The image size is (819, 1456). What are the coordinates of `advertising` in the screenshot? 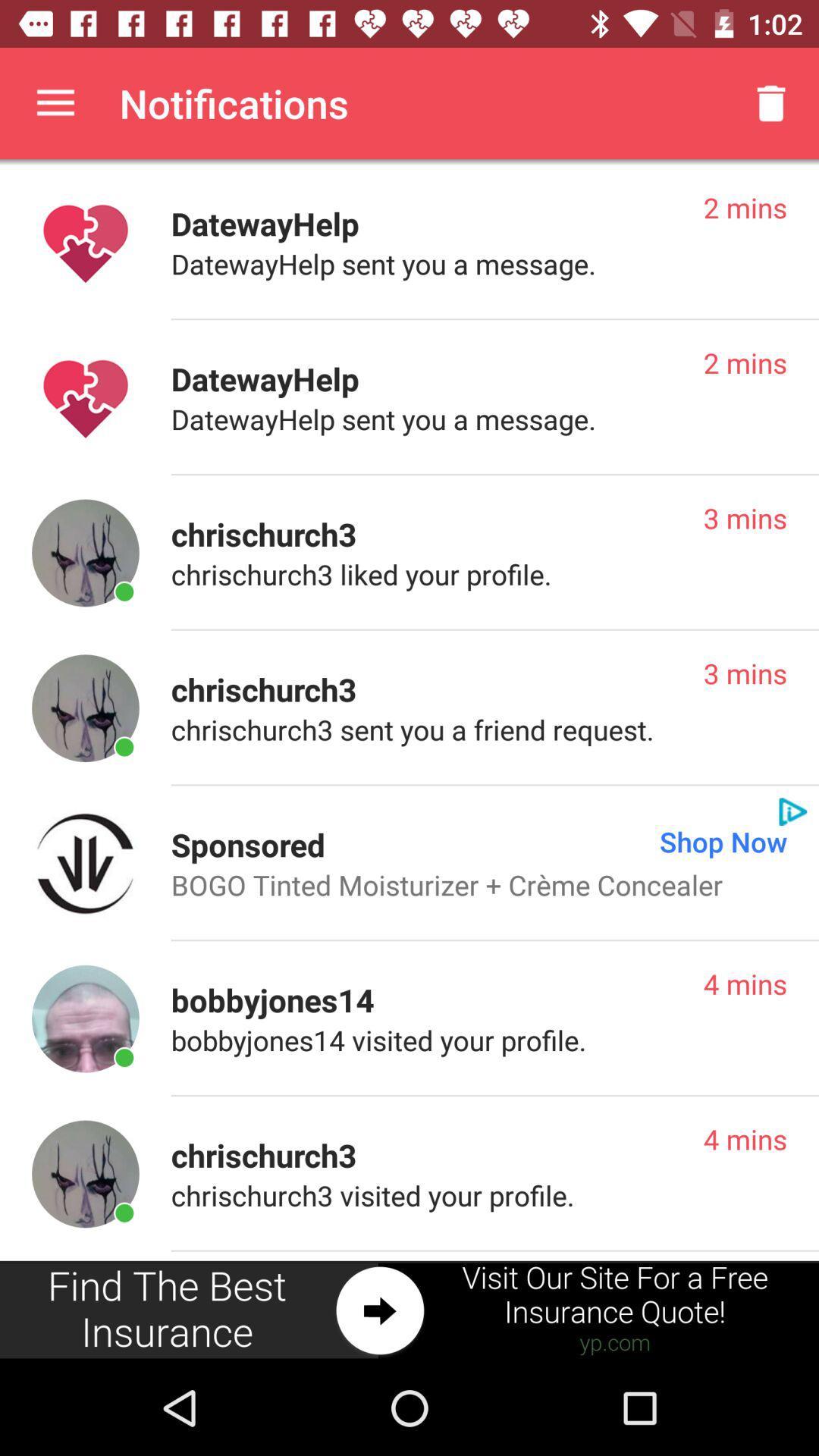 It's located at (409, 1310).